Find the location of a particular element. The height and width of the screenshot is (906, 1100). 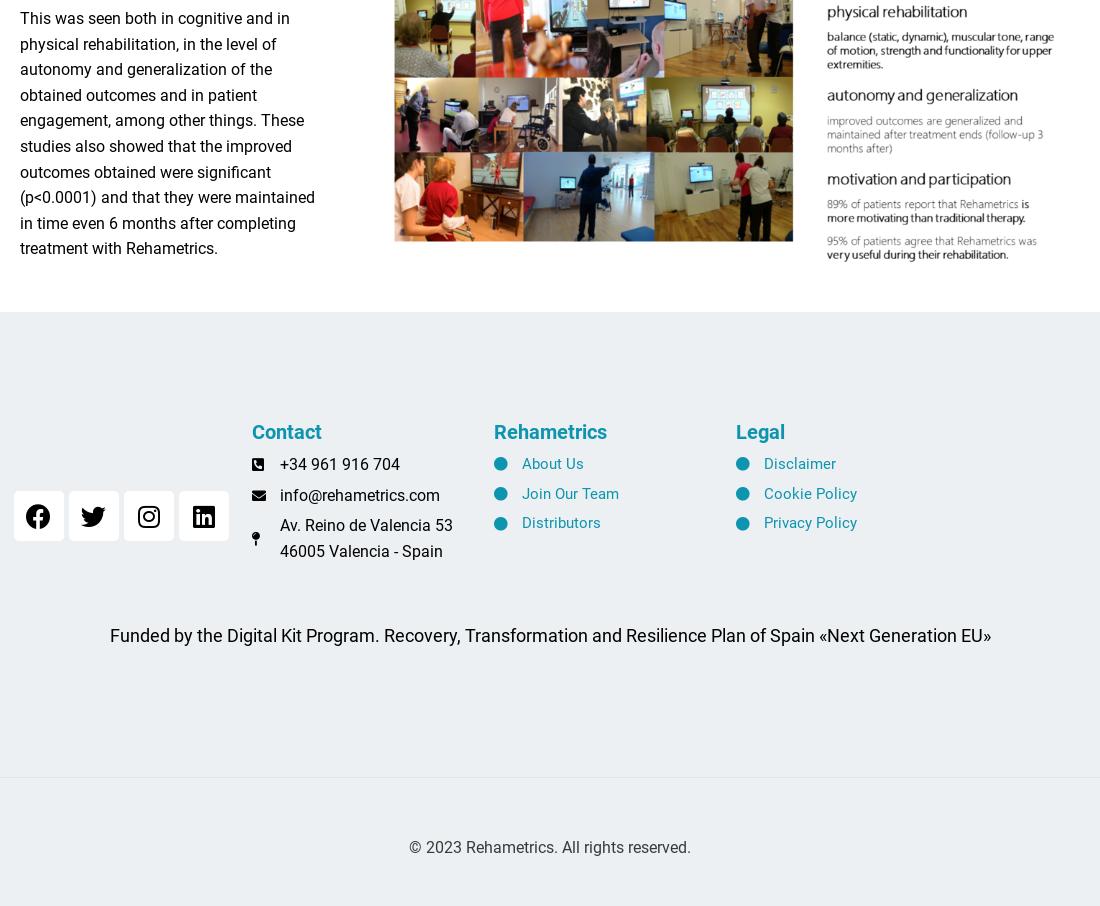

'info@rehametrics.com' is located at coordinates (359, 503).